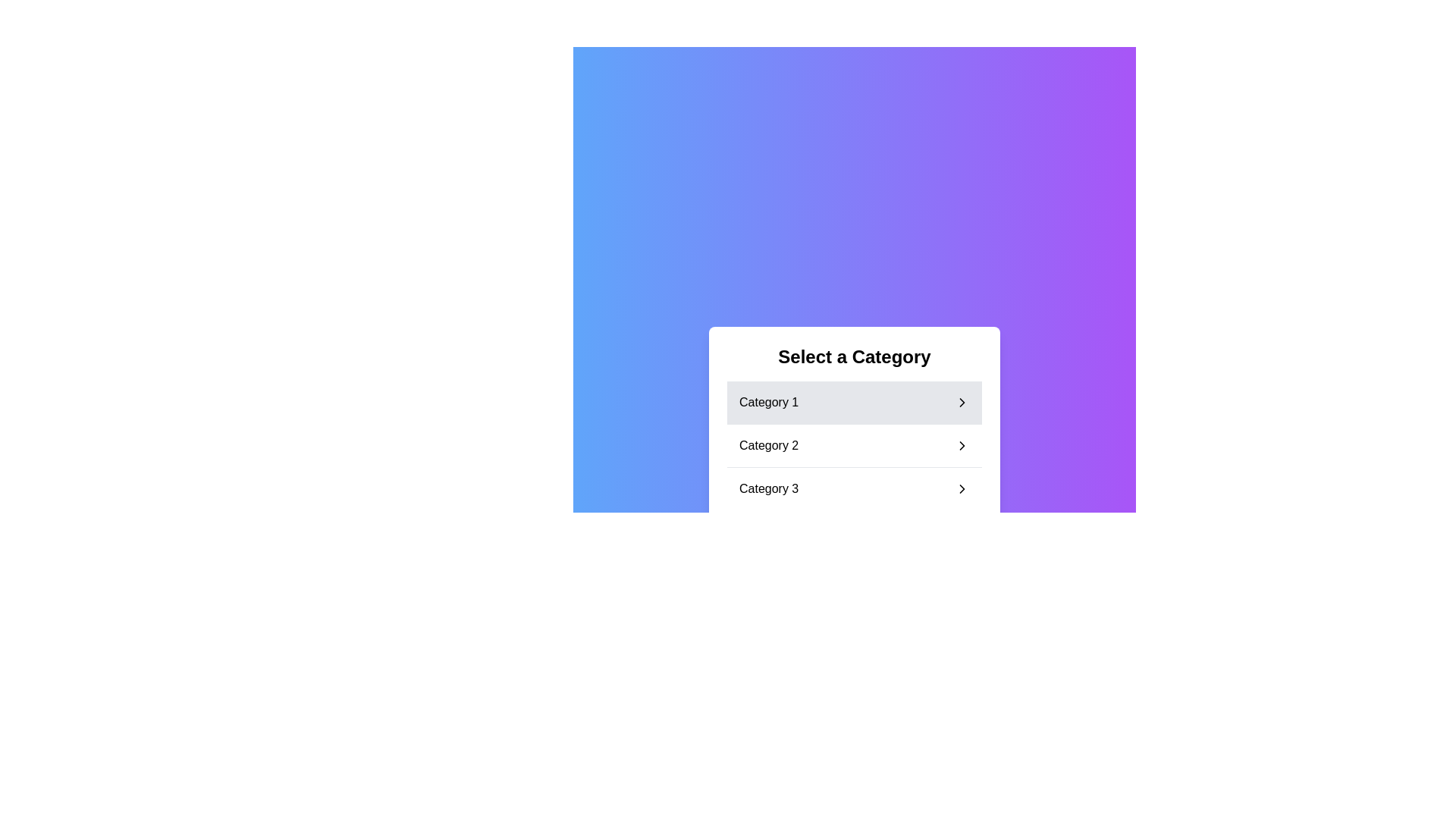 The height and width of the screenshot is (819, 1456). I want to click on the small rightward-pointing chevron icon located to the far right of the 'Category 3' text, so click(961, 488).